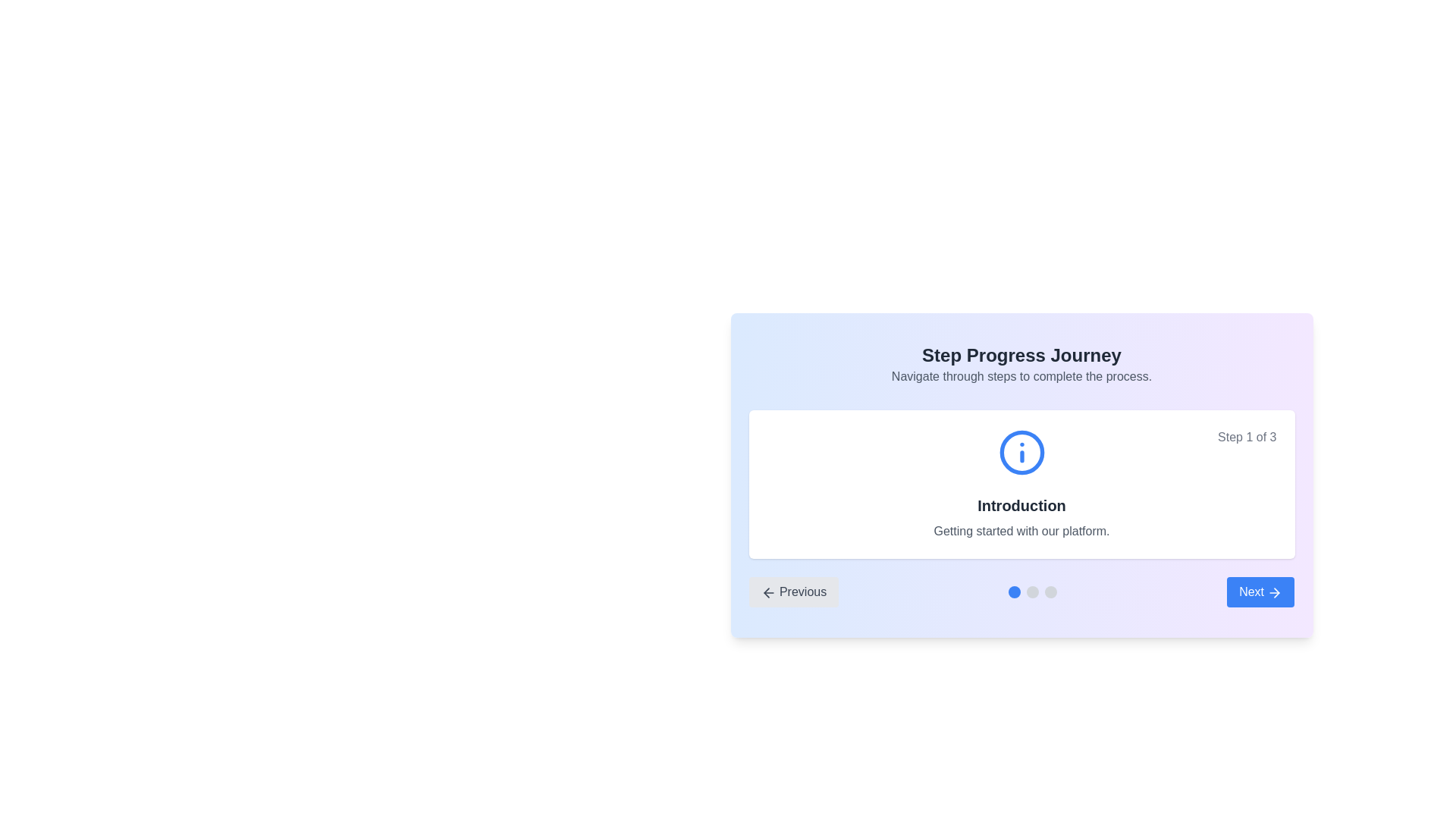 The width and height of the screenshot is (1456, 819). I want to click on the icon depicting an information symbol ('i') for additional information about the 'Introduction' step in the progress journey, so click(1021, 452).